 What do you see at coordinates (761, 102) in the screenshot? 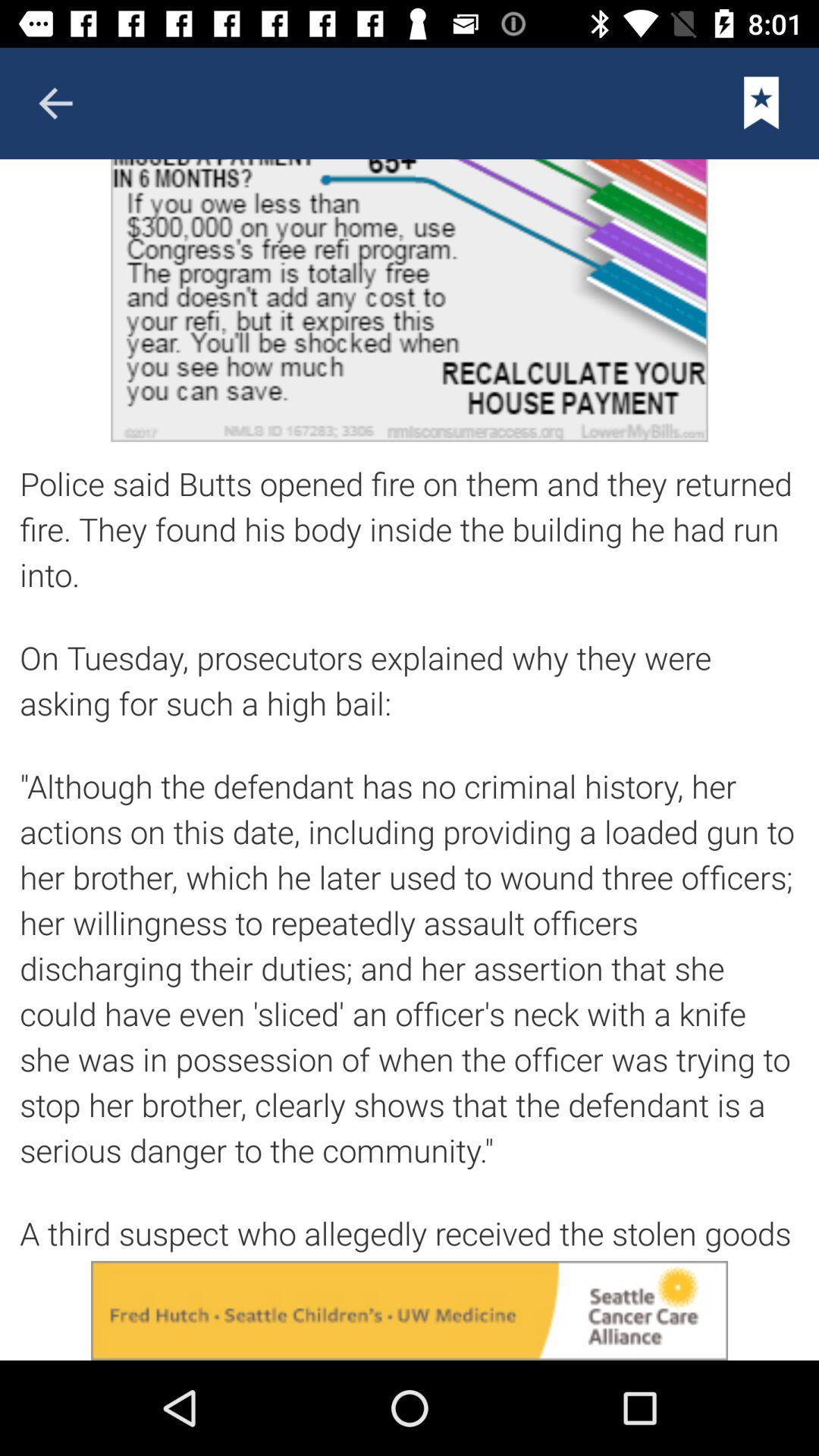
I see `the bookmark icon` at bounding box center [761, 102].